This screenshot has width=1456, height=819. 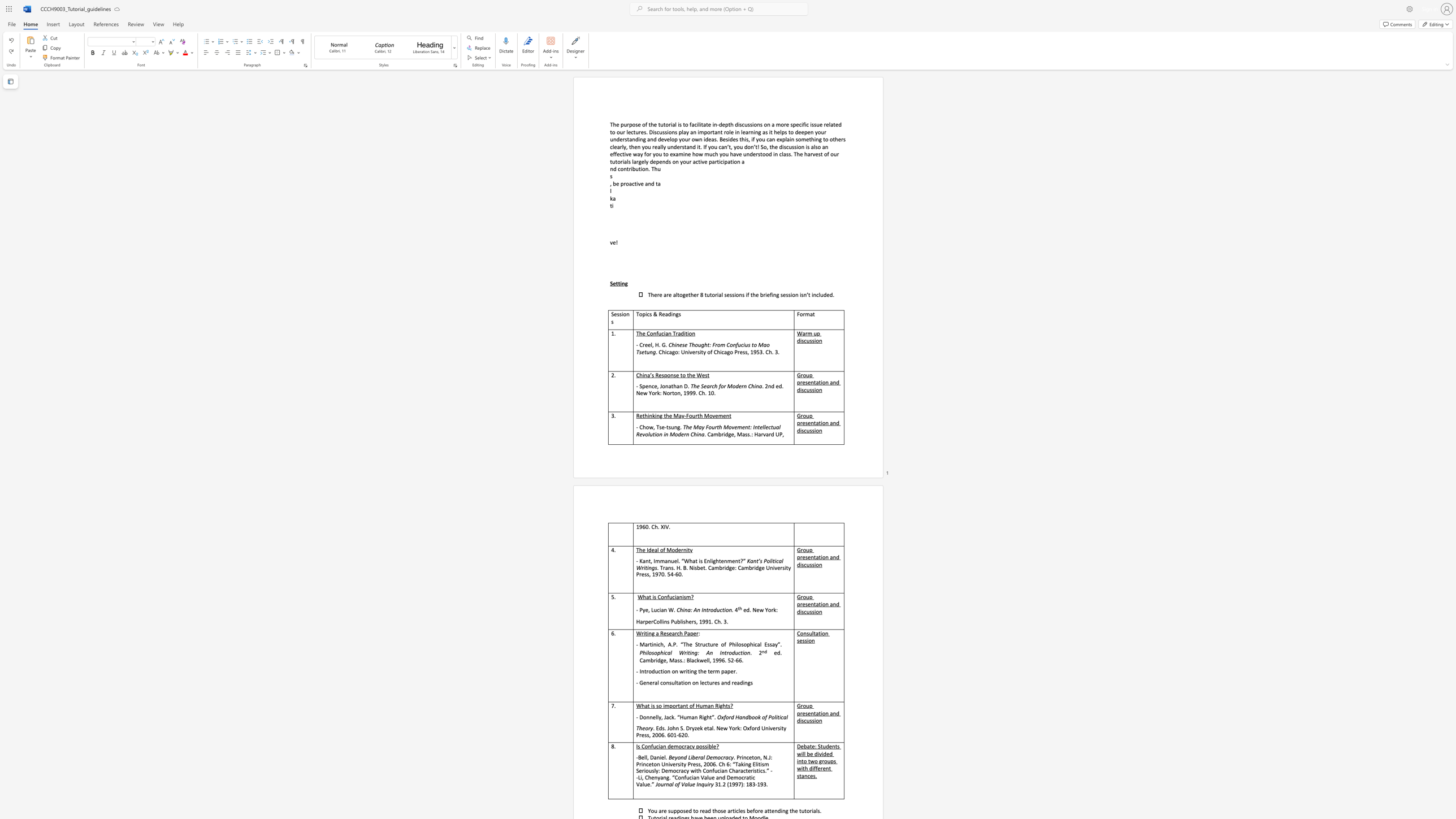 What do you see at coordinates (678, 352) in the screenshot?
I see `the subset text ": University of Chicago Pres" within the text ". Chicago: University of Chicago Press, 1953. Ch. 3."` at bounding box center [678, 352].